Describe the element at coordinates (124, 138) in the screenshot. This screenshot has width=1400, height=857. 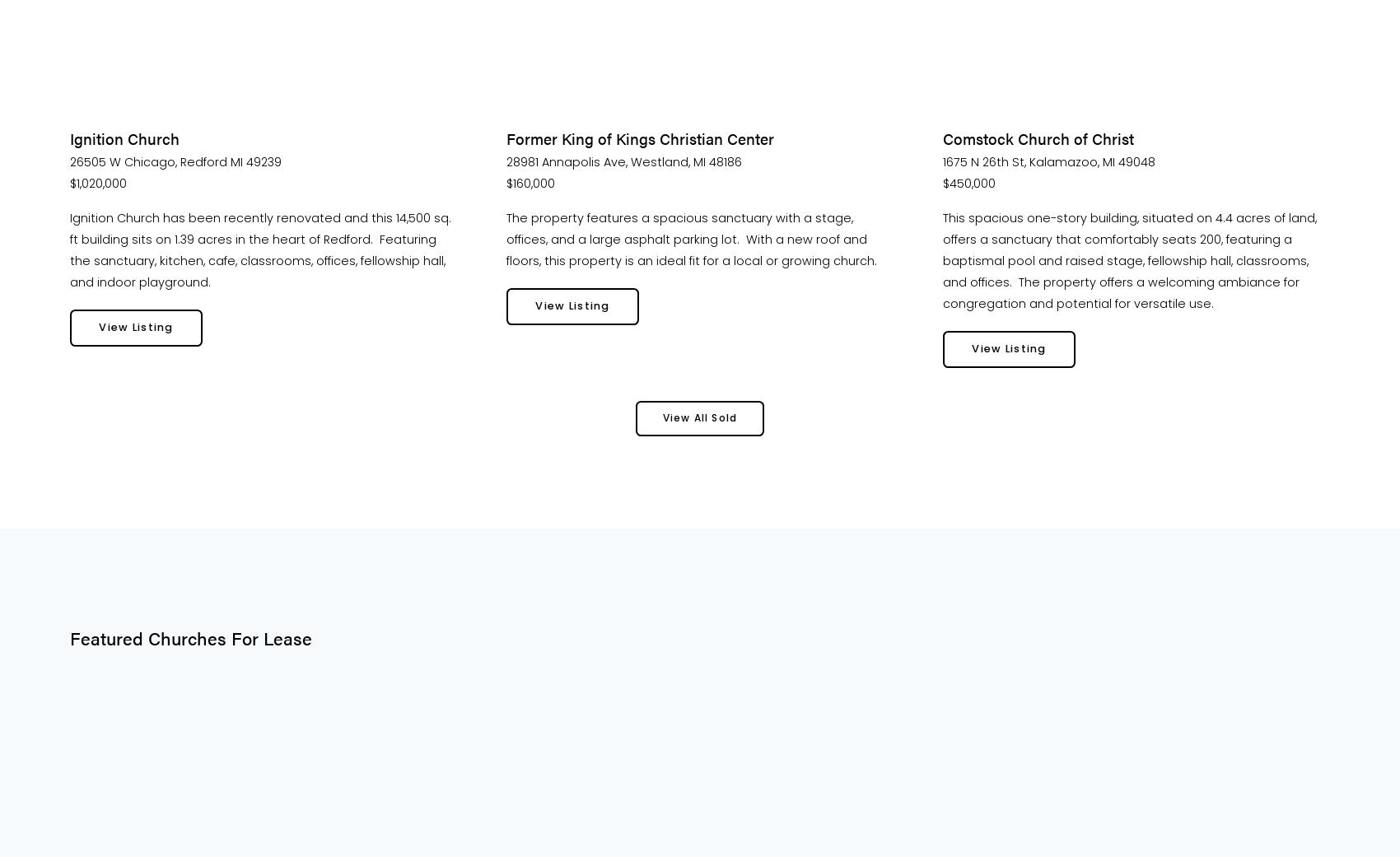
I see `'Ignition Church'` at that location.